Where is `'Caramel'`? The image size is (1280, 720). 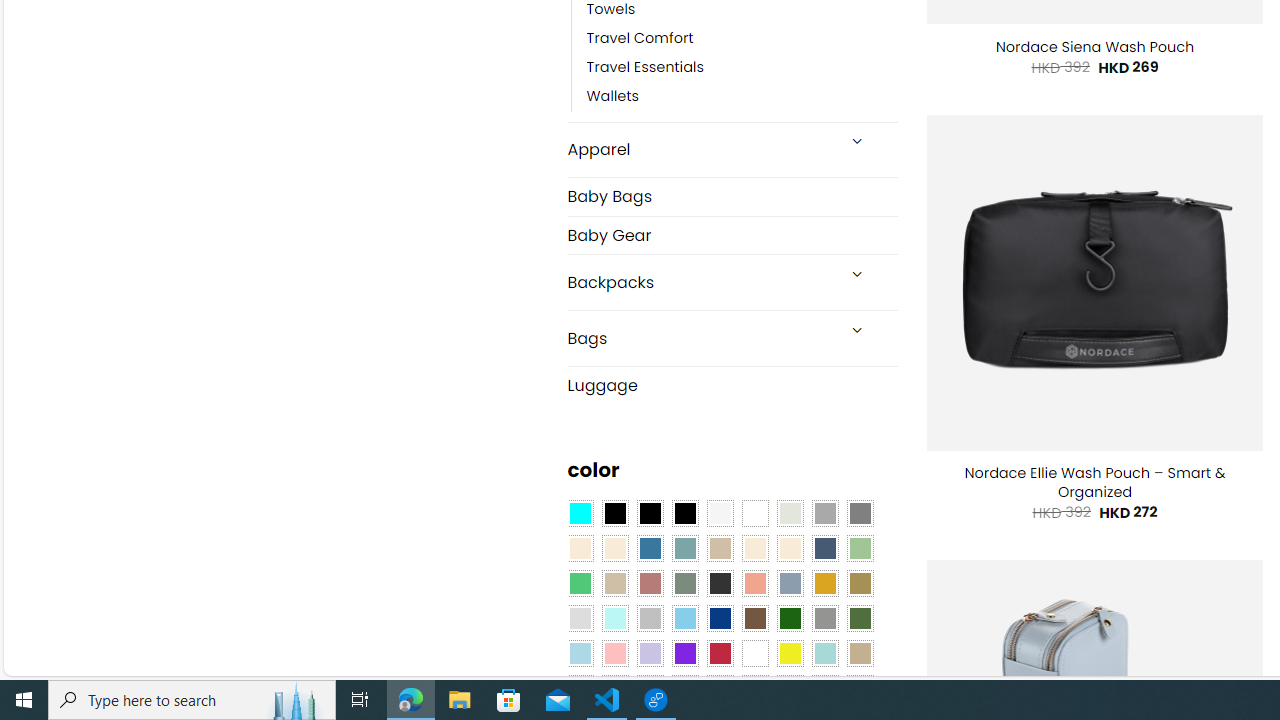
'Caramel' is located at coordinates (754, 549).